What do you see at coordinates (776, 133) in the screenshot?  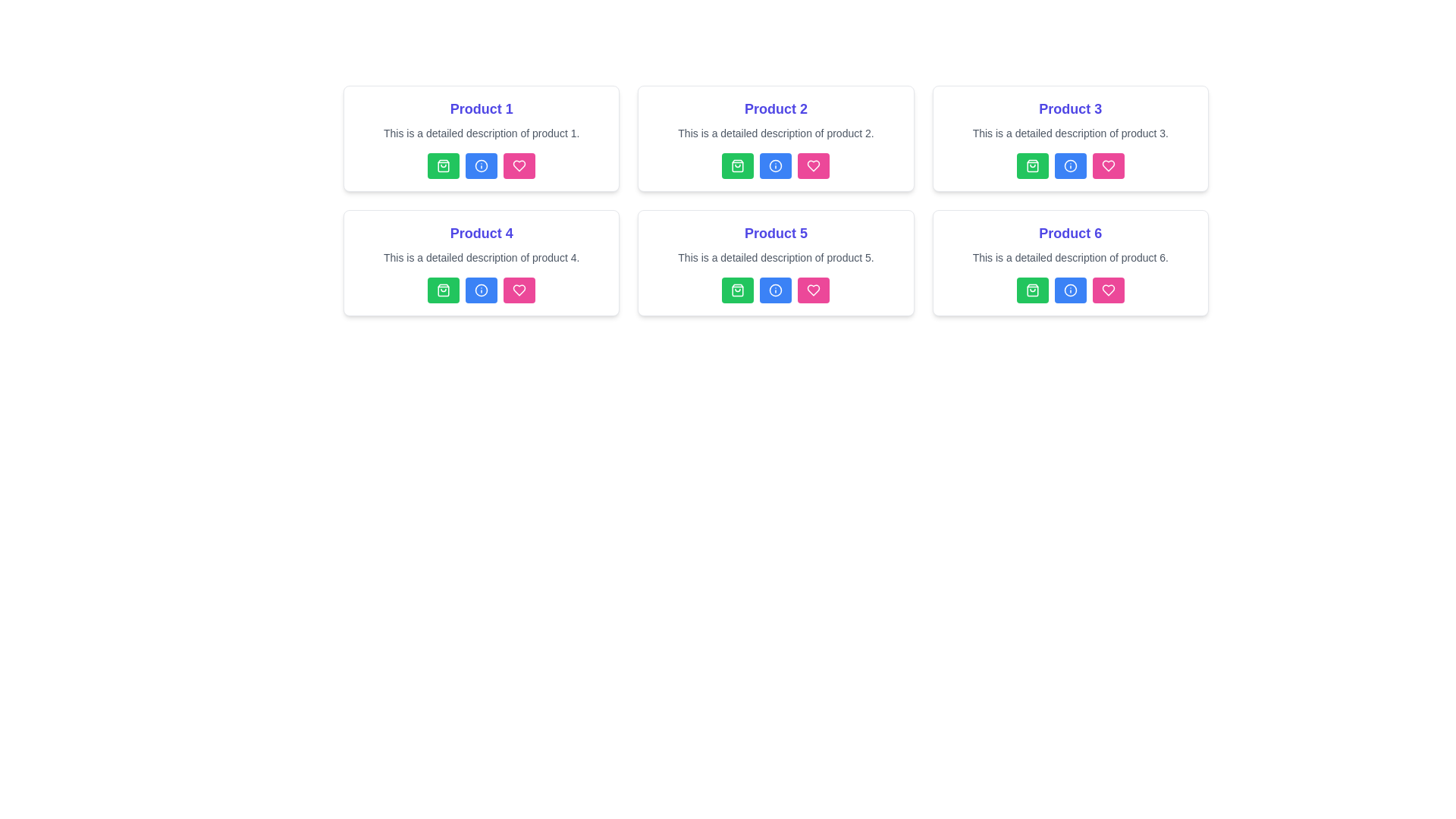 I see `the text label that reads 'This is a detailed description of product 2.' which is styled in gray and located within the second card below the title 'Product 2'` at bounding box center [776, 133].